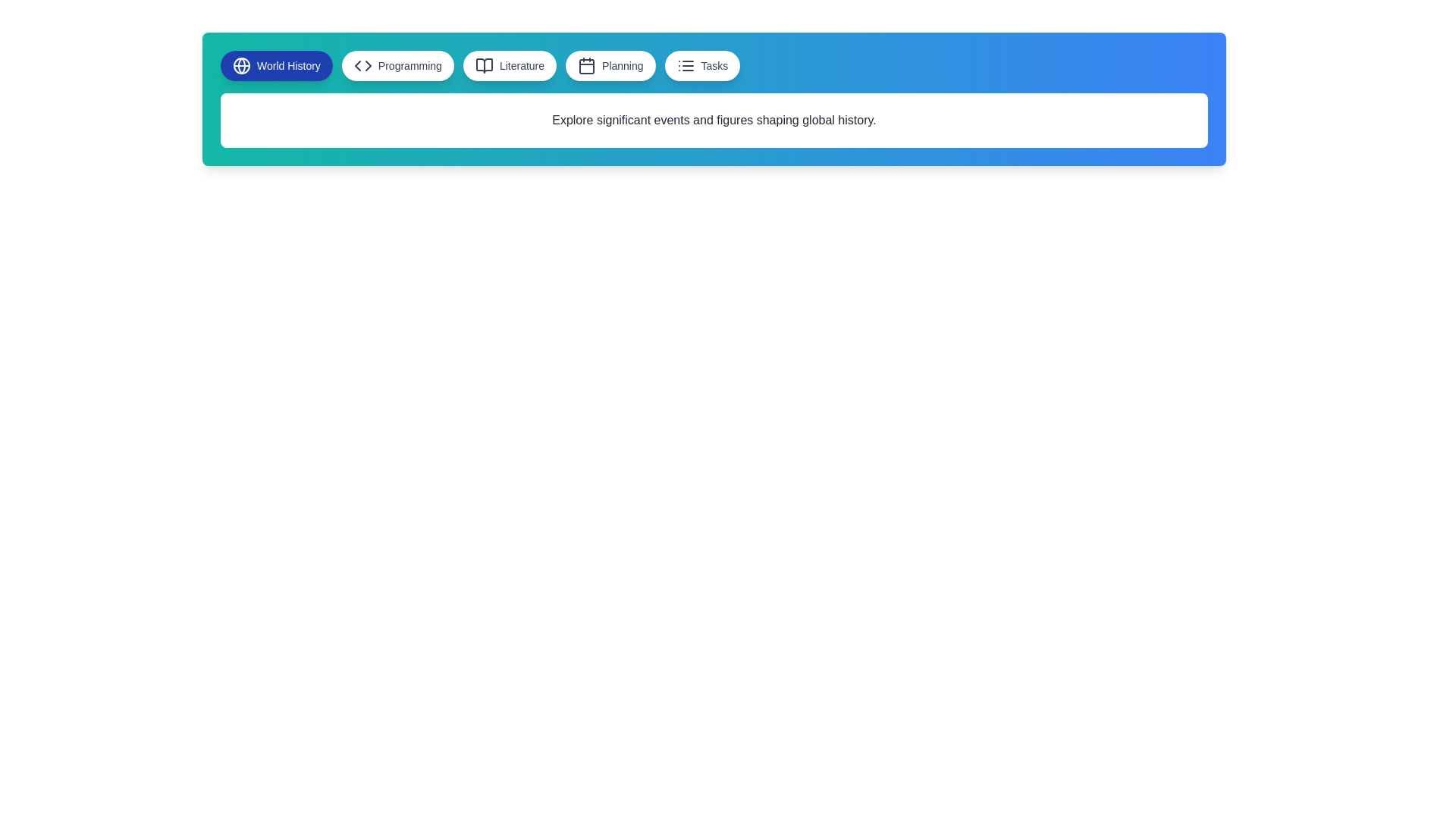 This screenshot has width=1456, height=819. I want to click on the tab labeled Programming to view its content, so click(397, 65).